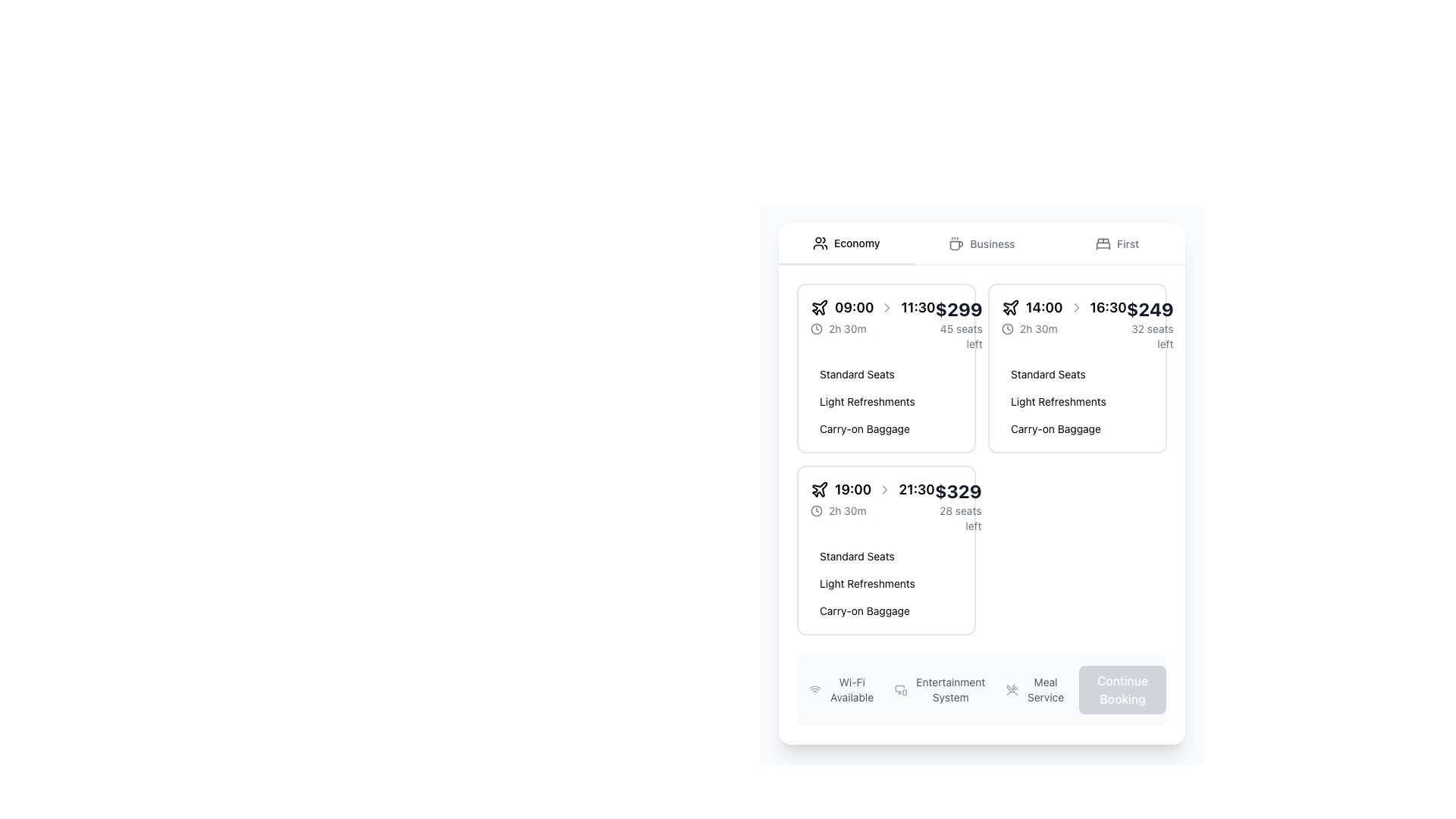 The width and height of the screenshot is (1456, 819). Describe the element at coordinates (819, 307) in the screenshot. I see `the small plane-shaped icon outlined in black` at that location.